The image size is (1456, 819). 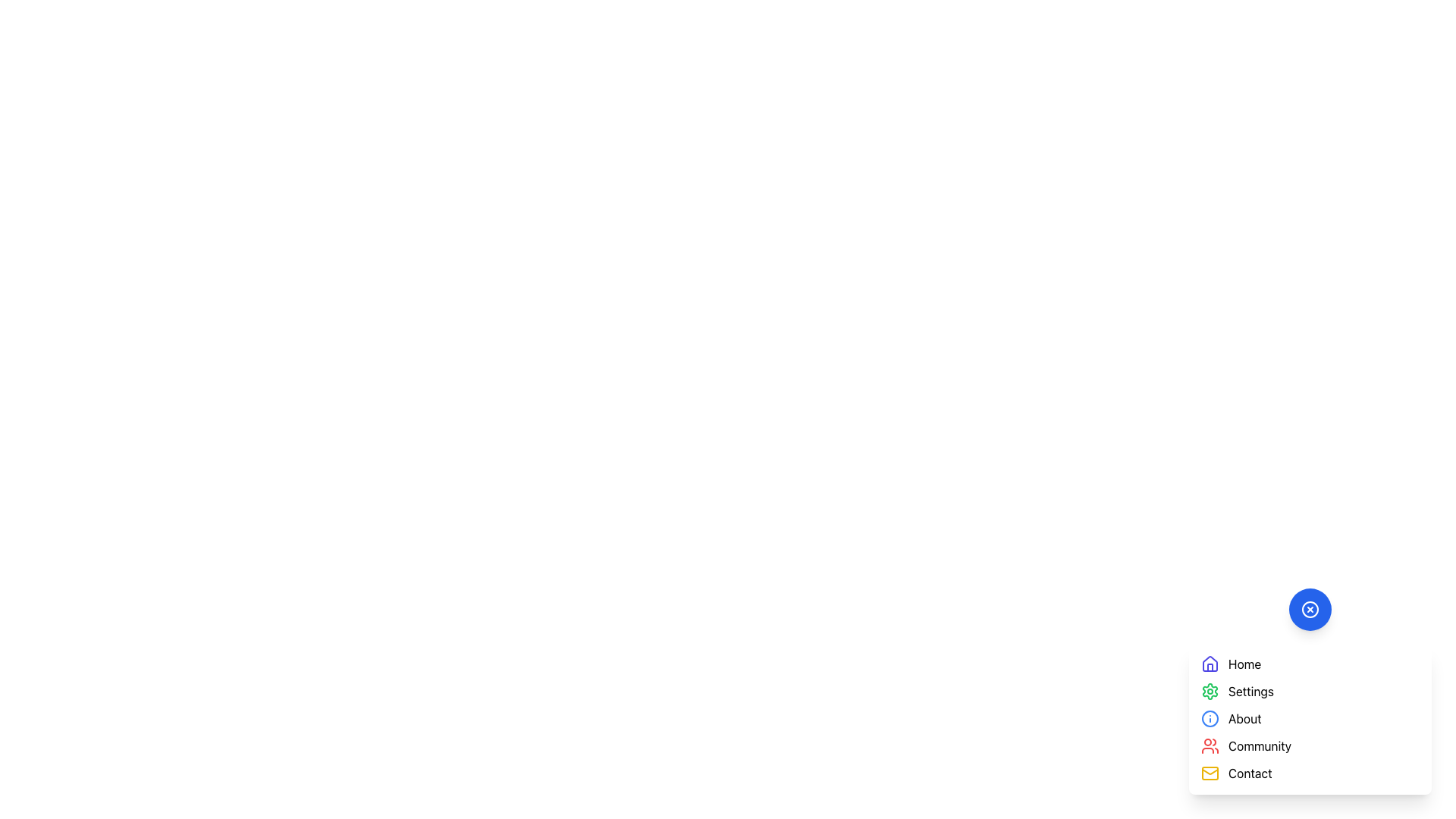 What do you see at coordinates (1210, 745) in the screenshot?
I see `the red icon representing a group of people located next to the 'Community' label in the dropdown menu` at bounding box center [1210, 745].